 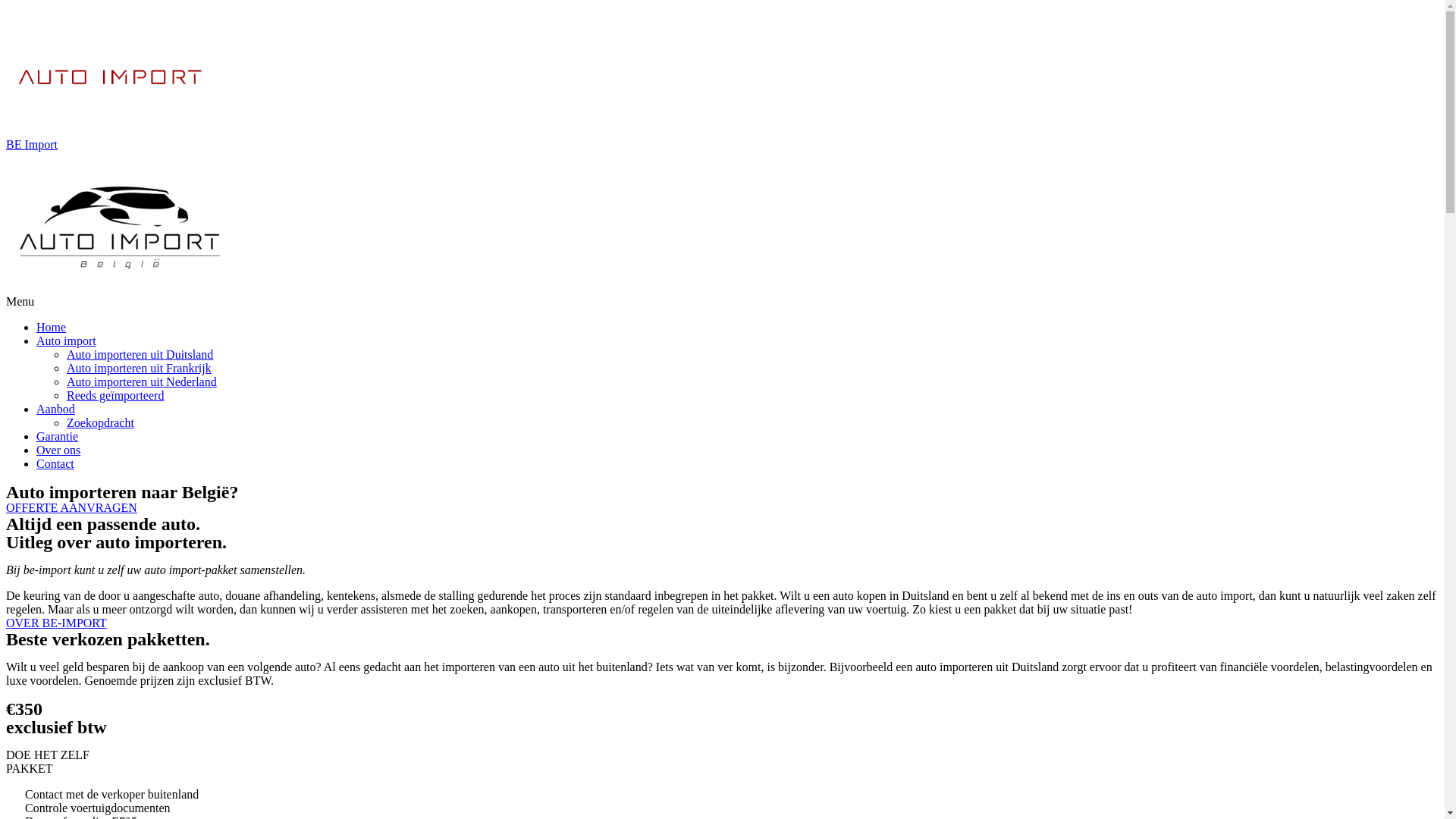 What do you see at coordinates (36, 436) in the screenshot?
I see `'Garantie'` at bounding box center [36, 436].